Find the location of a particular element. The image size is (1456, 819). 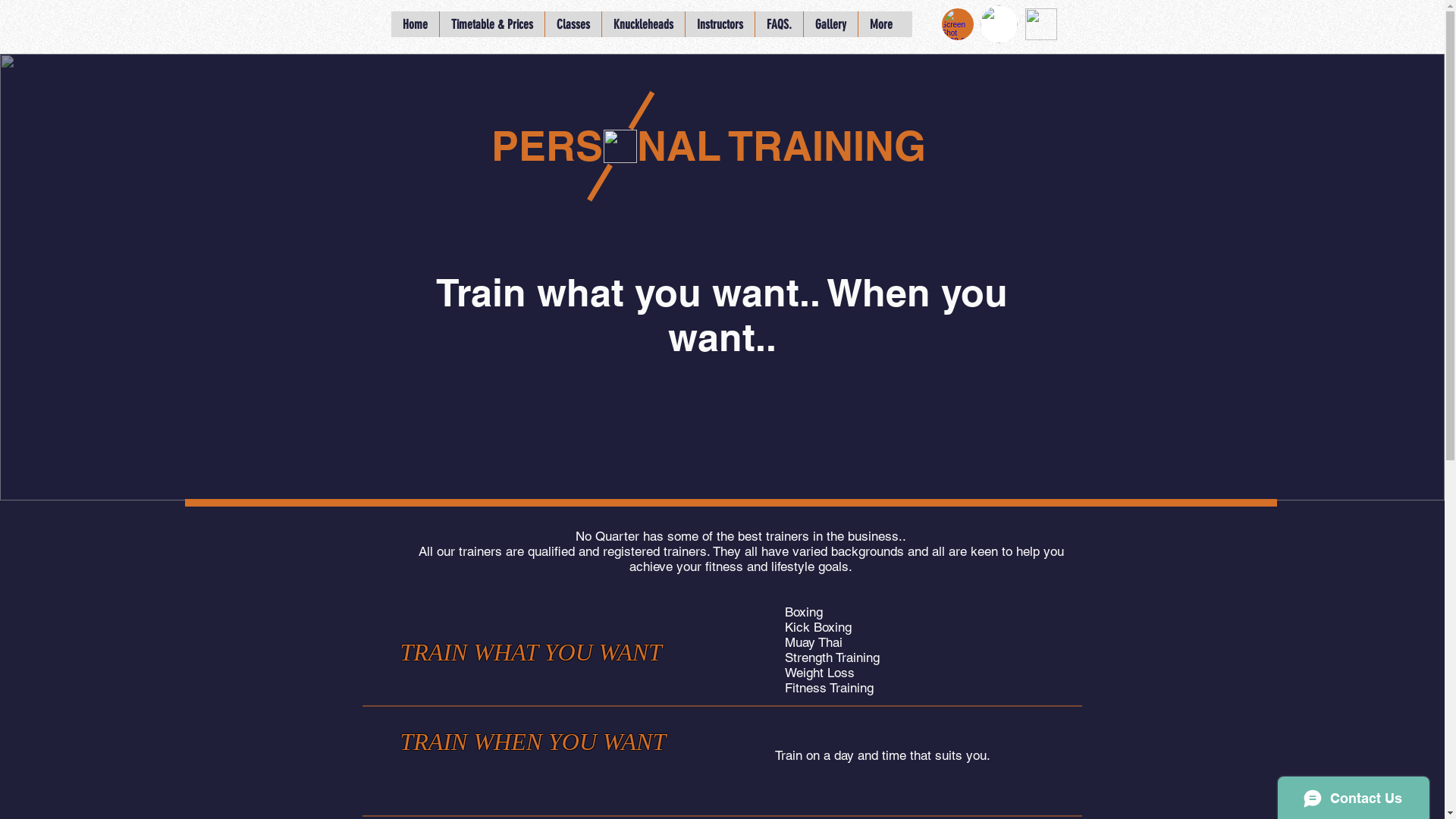

'Instructors' is located at coordinates (718, 24).